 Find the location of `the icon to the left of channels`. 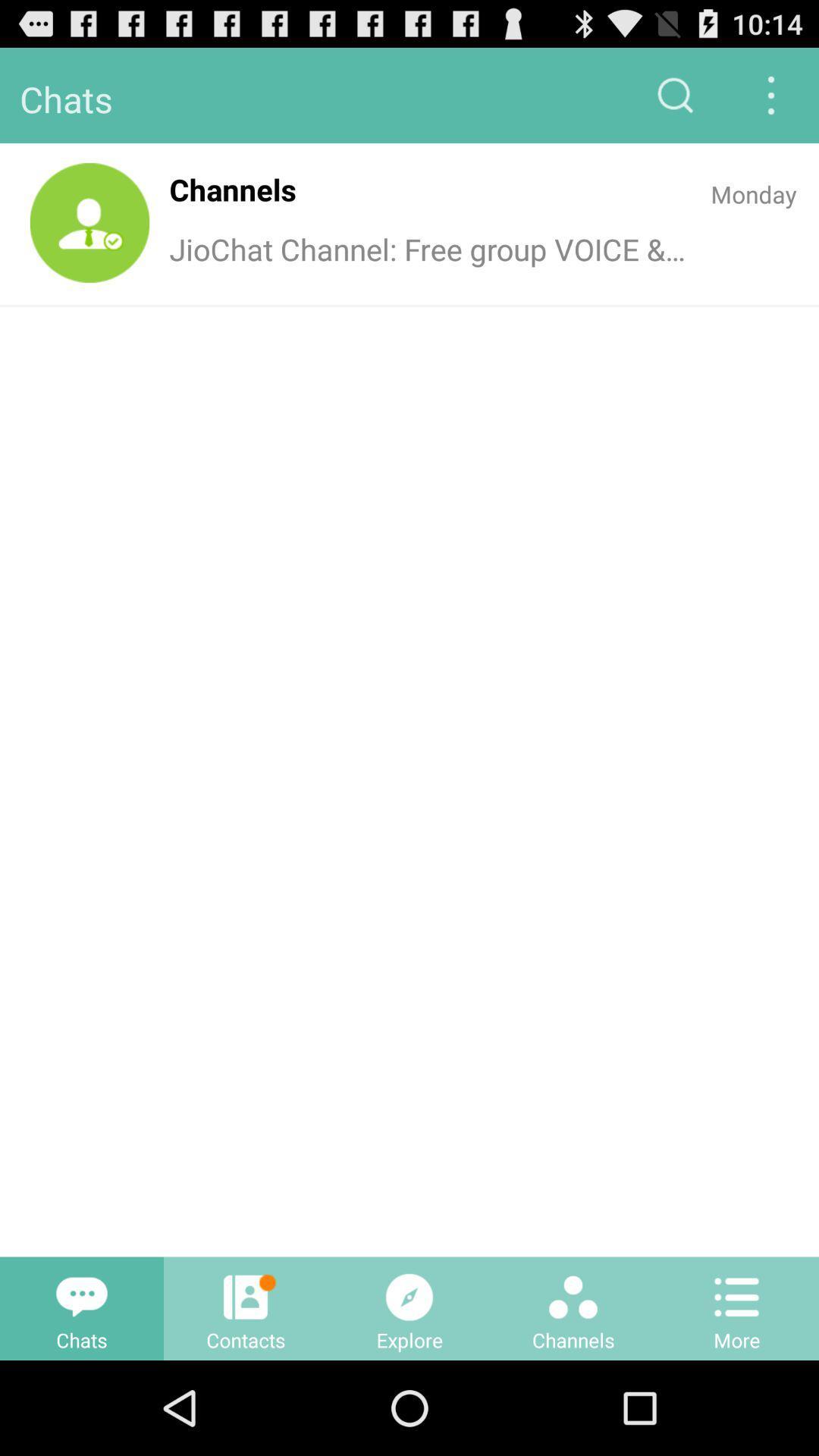

the icon to the left of channels is located at coordinates (89, 221).